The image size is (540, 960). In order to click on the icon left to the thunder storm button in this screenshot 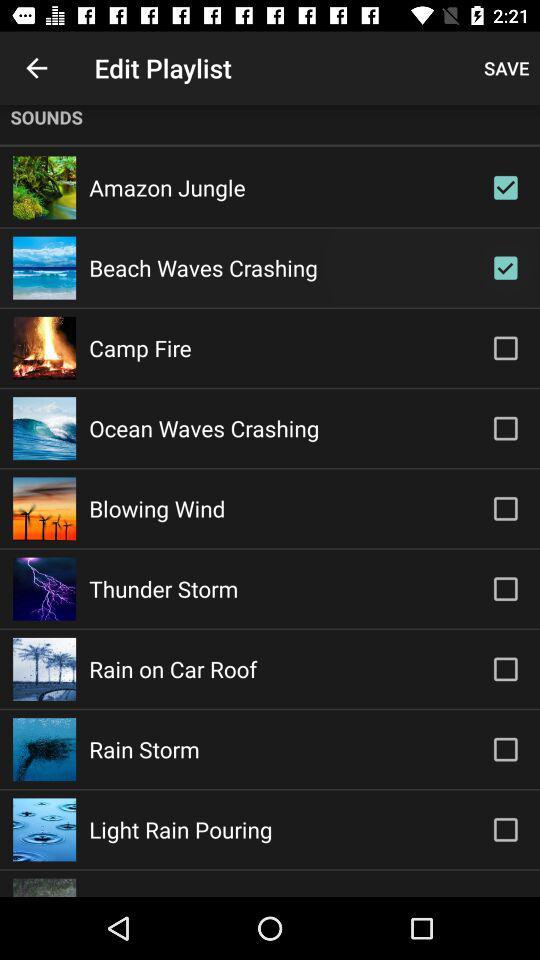, I will do `click(44, 589)`.